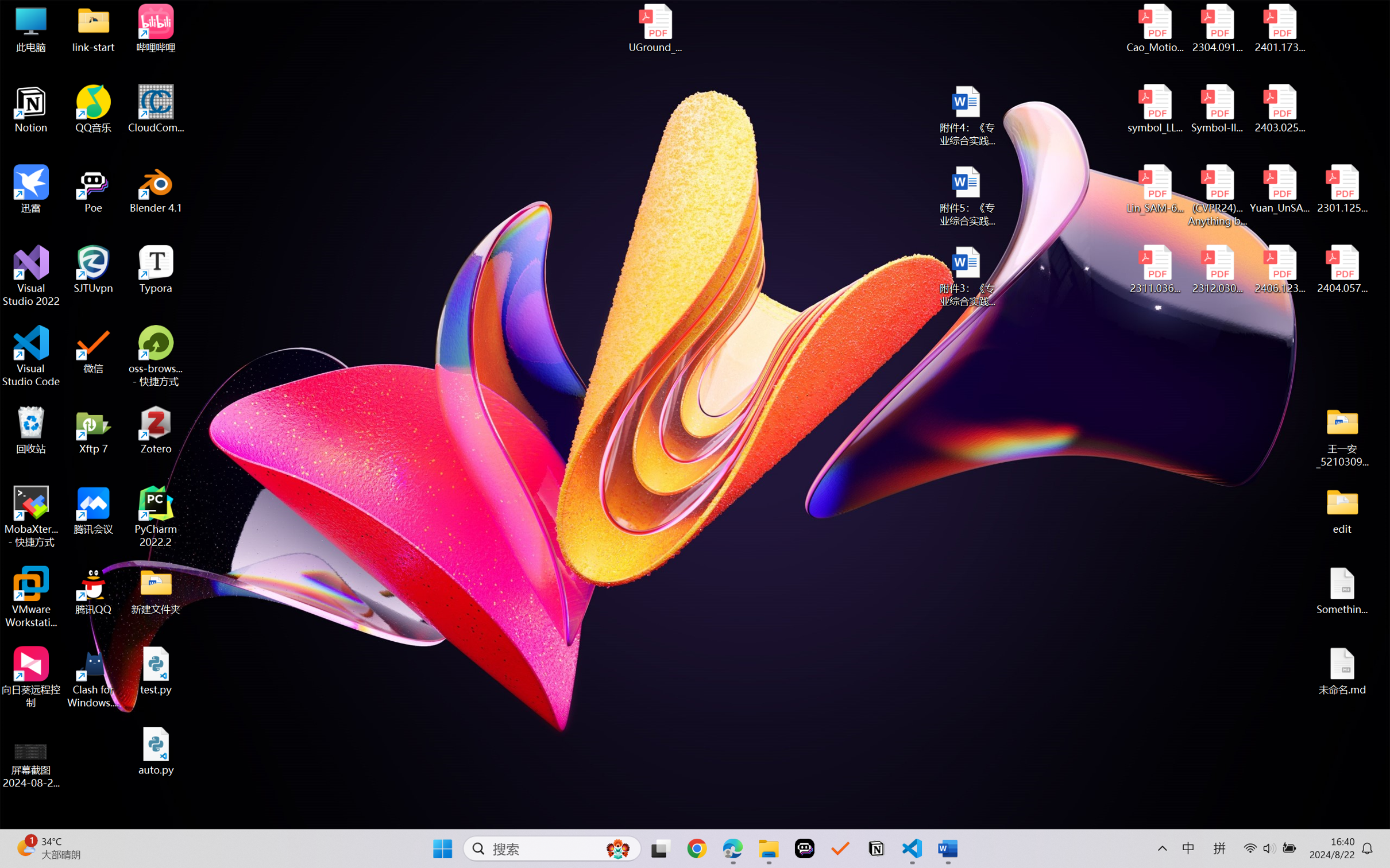  Describe the element at coordinates (156, 751) in the screenshot. I see `'auto.py'` at that location.